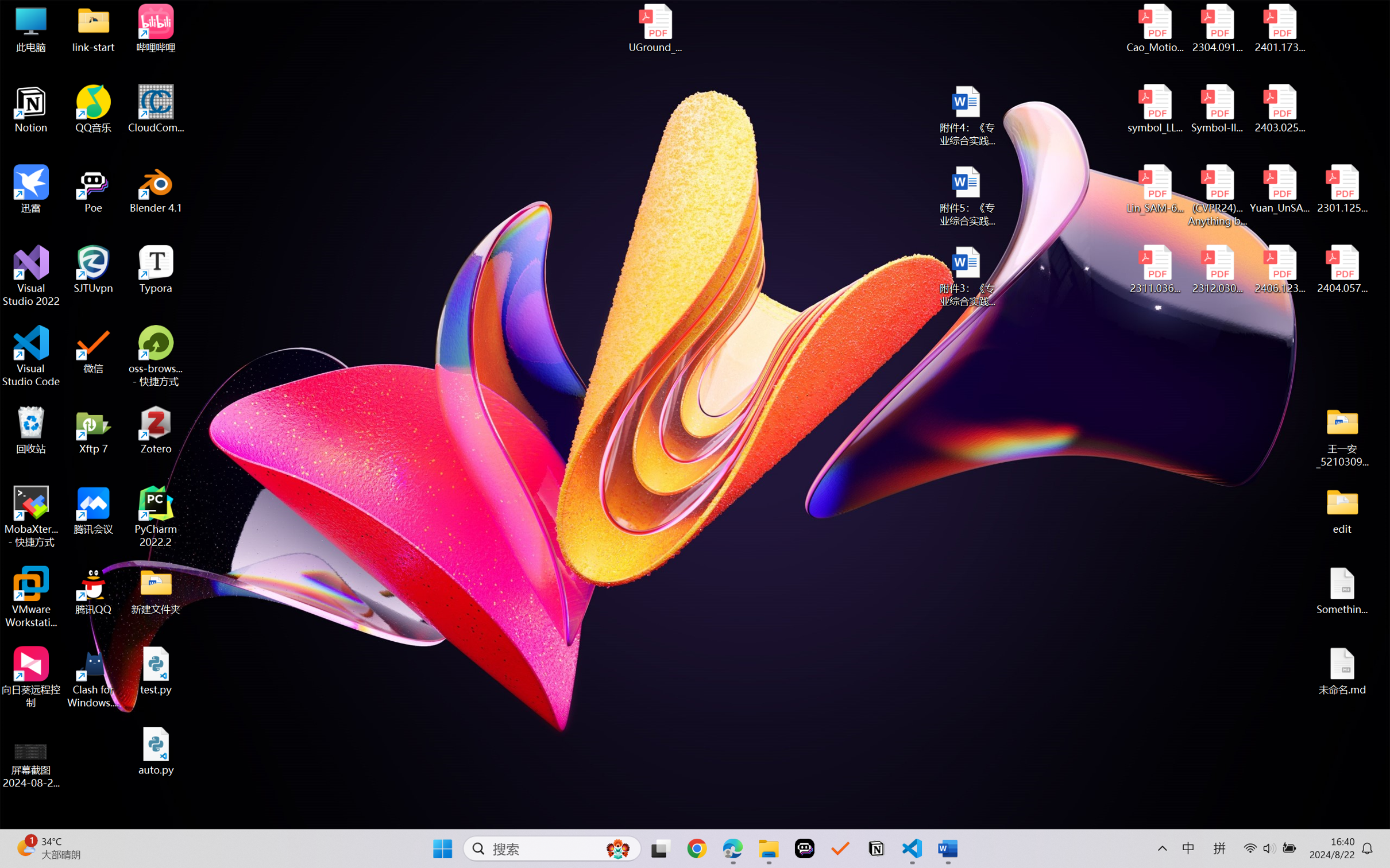  Describe the element at coordinates (156, 751) in the screenshot. I see `'auto.py'` at that location.